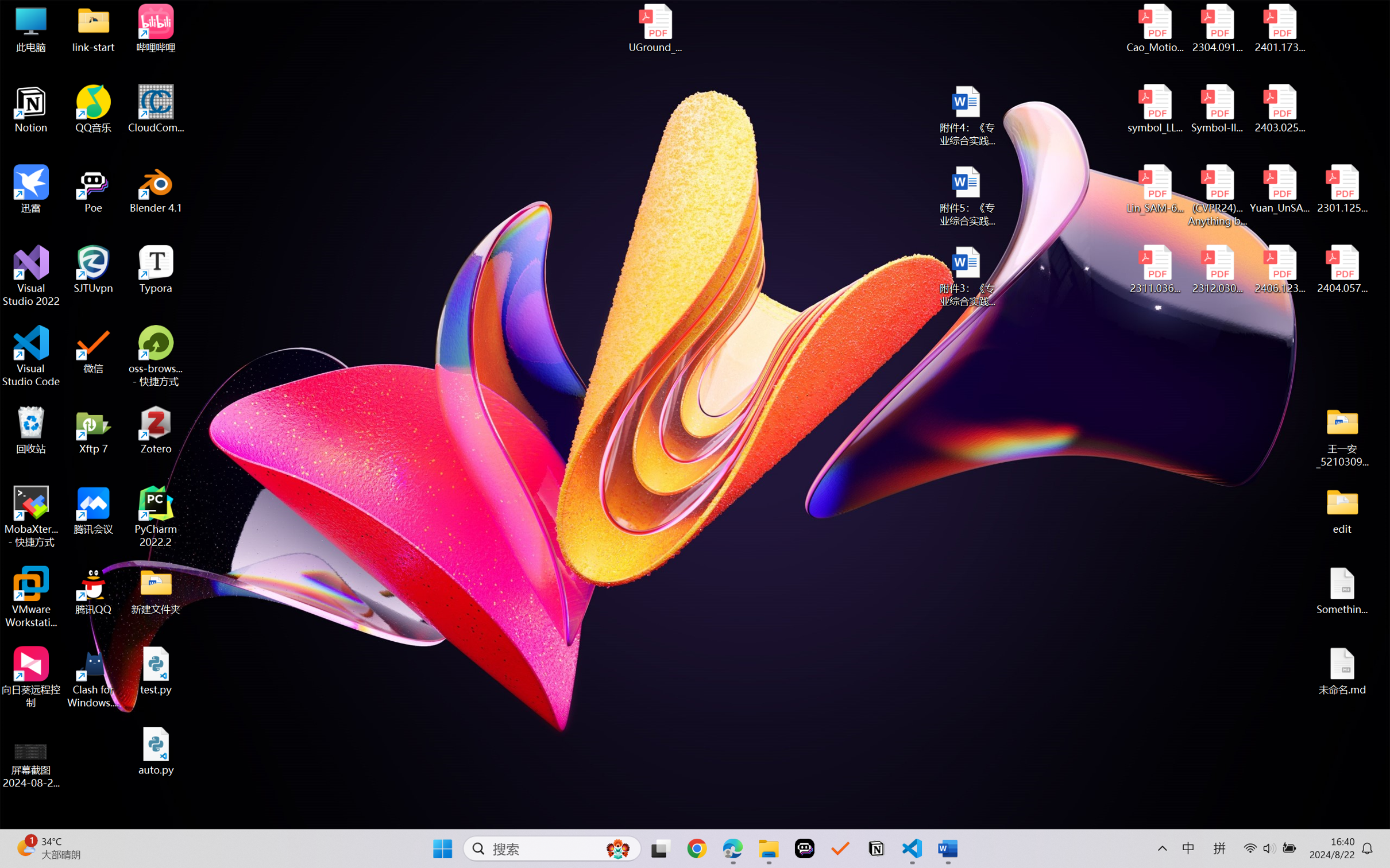  Describe the element at coordinates (156, 751) in the screenshot. I see `'auto.py'` at that location.